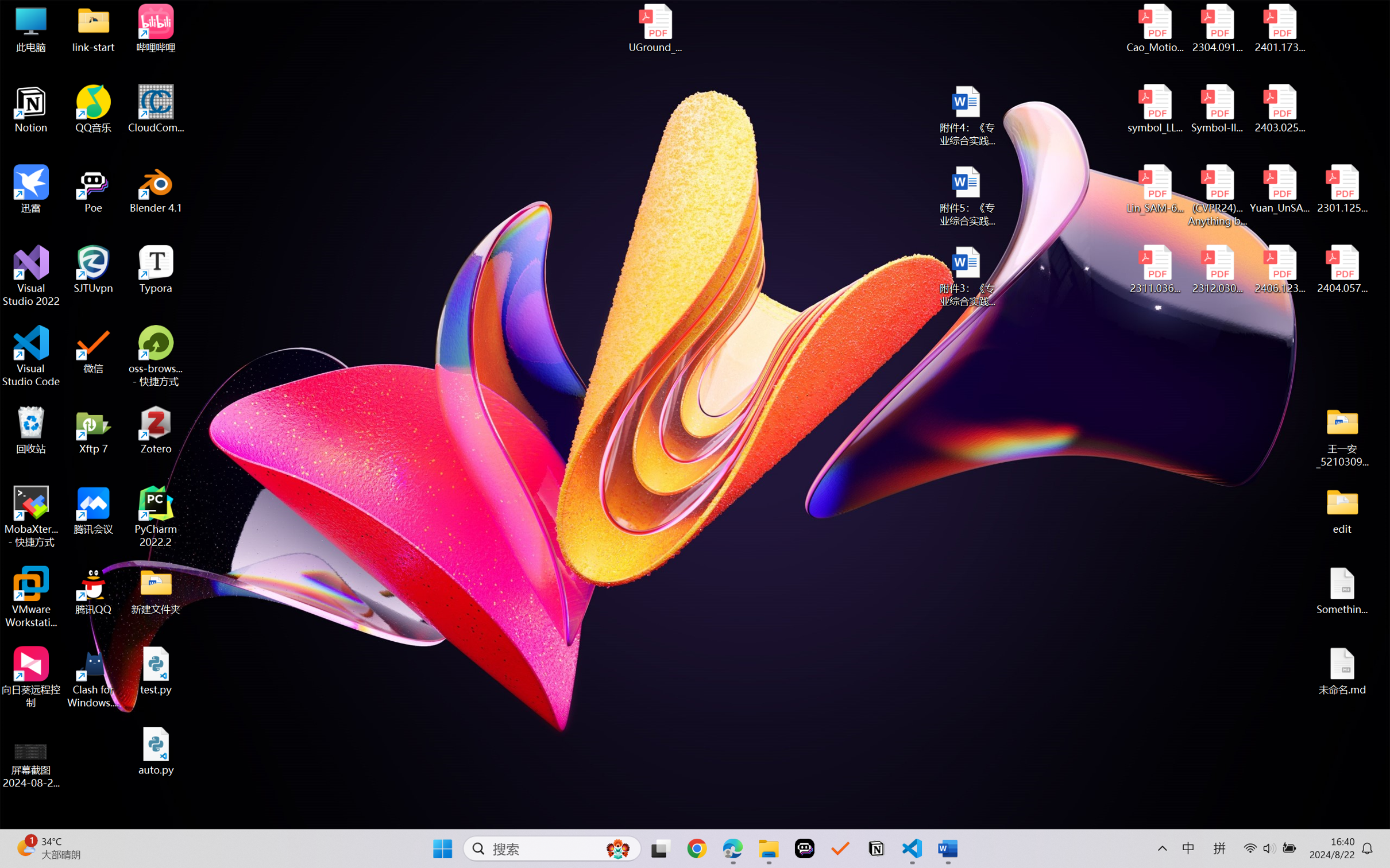  Describe the element at coordinates (156, 751) in the screenshot. I see `'auto.py'` at that location.